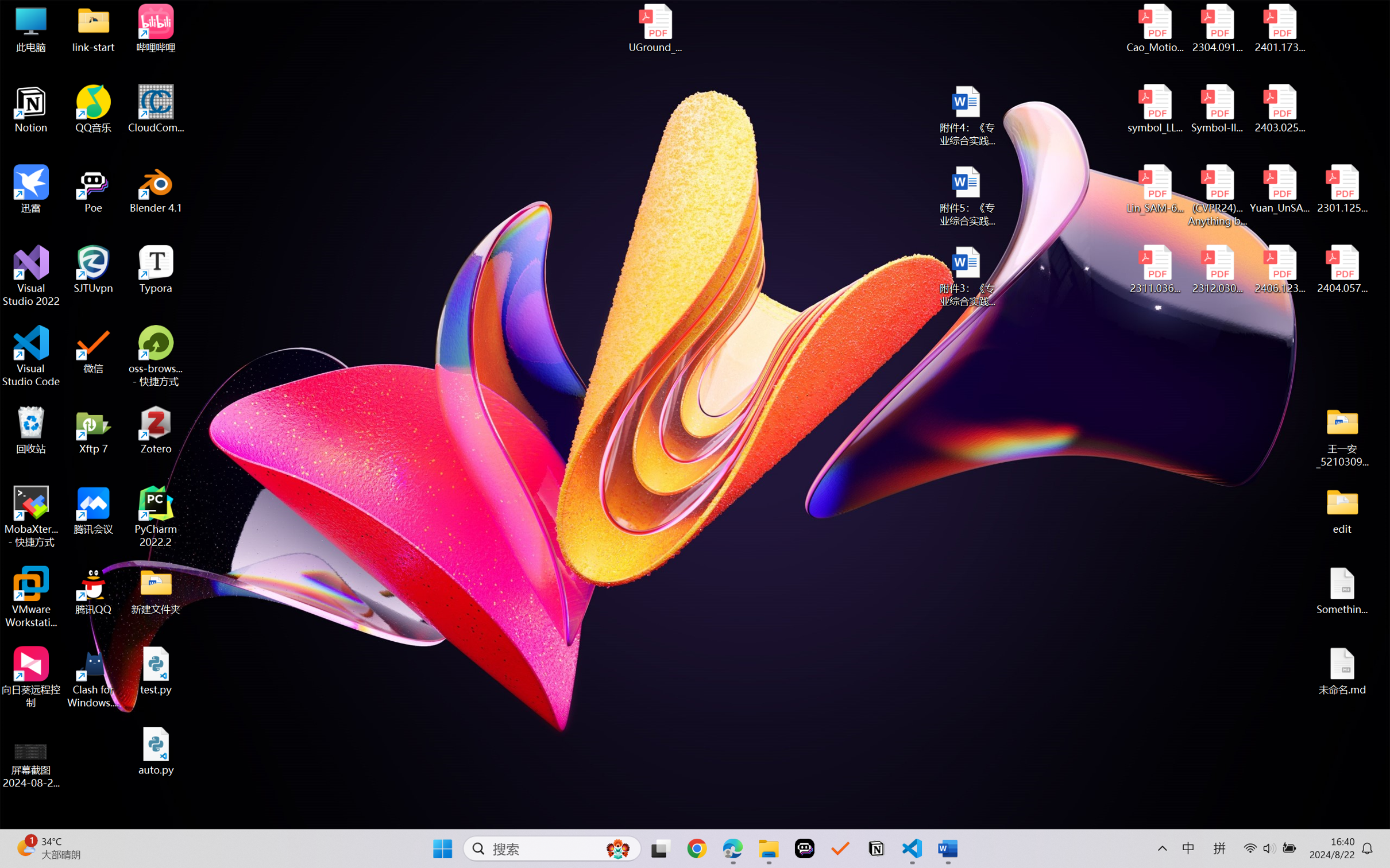  Describe the element at coordinates (156, 751) in the screenshot. I see `'auto.py'` at that location.